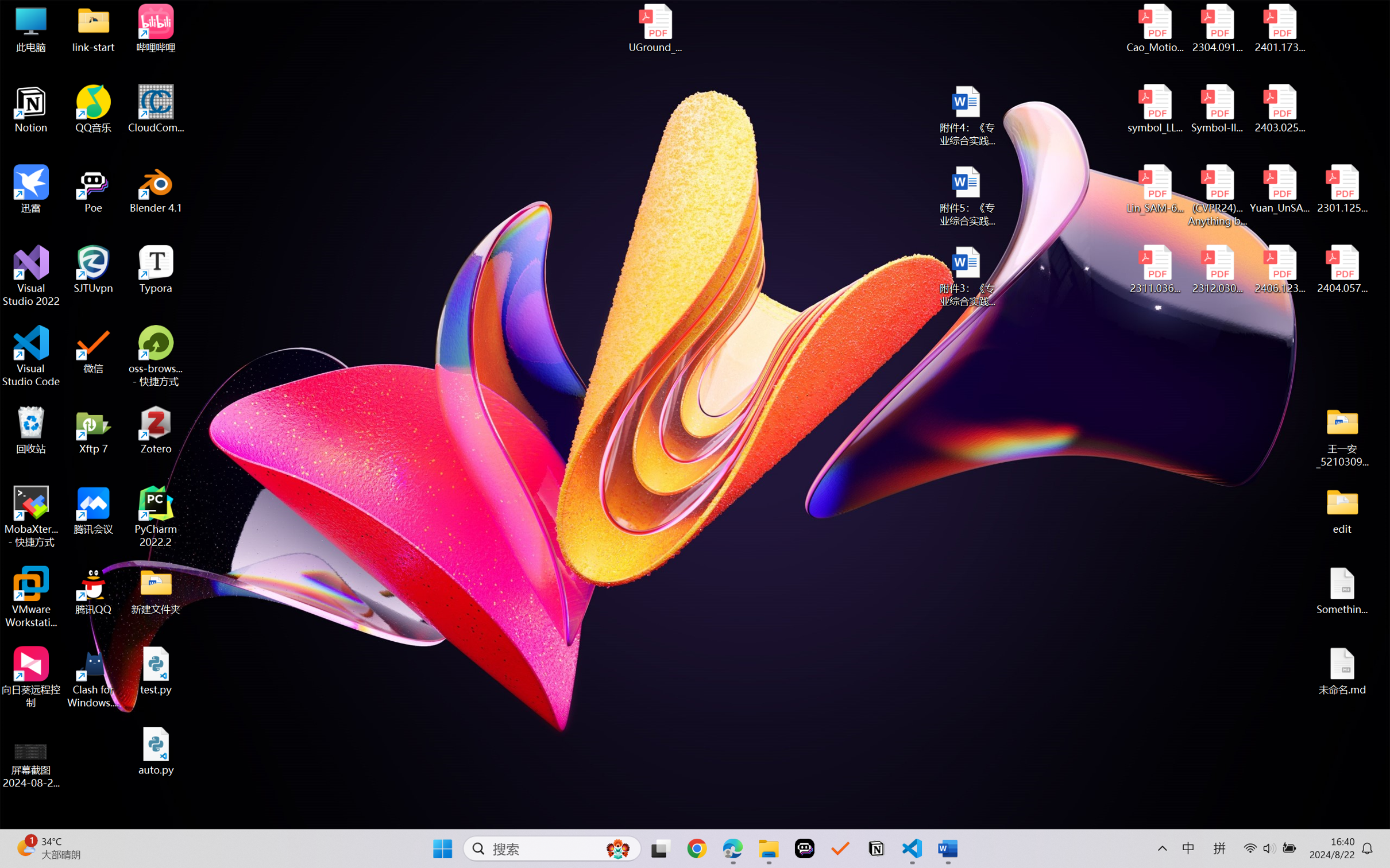  Describe the element at coordinates (156, 751) in the screenshot. I see `'auto.py'` at that location.